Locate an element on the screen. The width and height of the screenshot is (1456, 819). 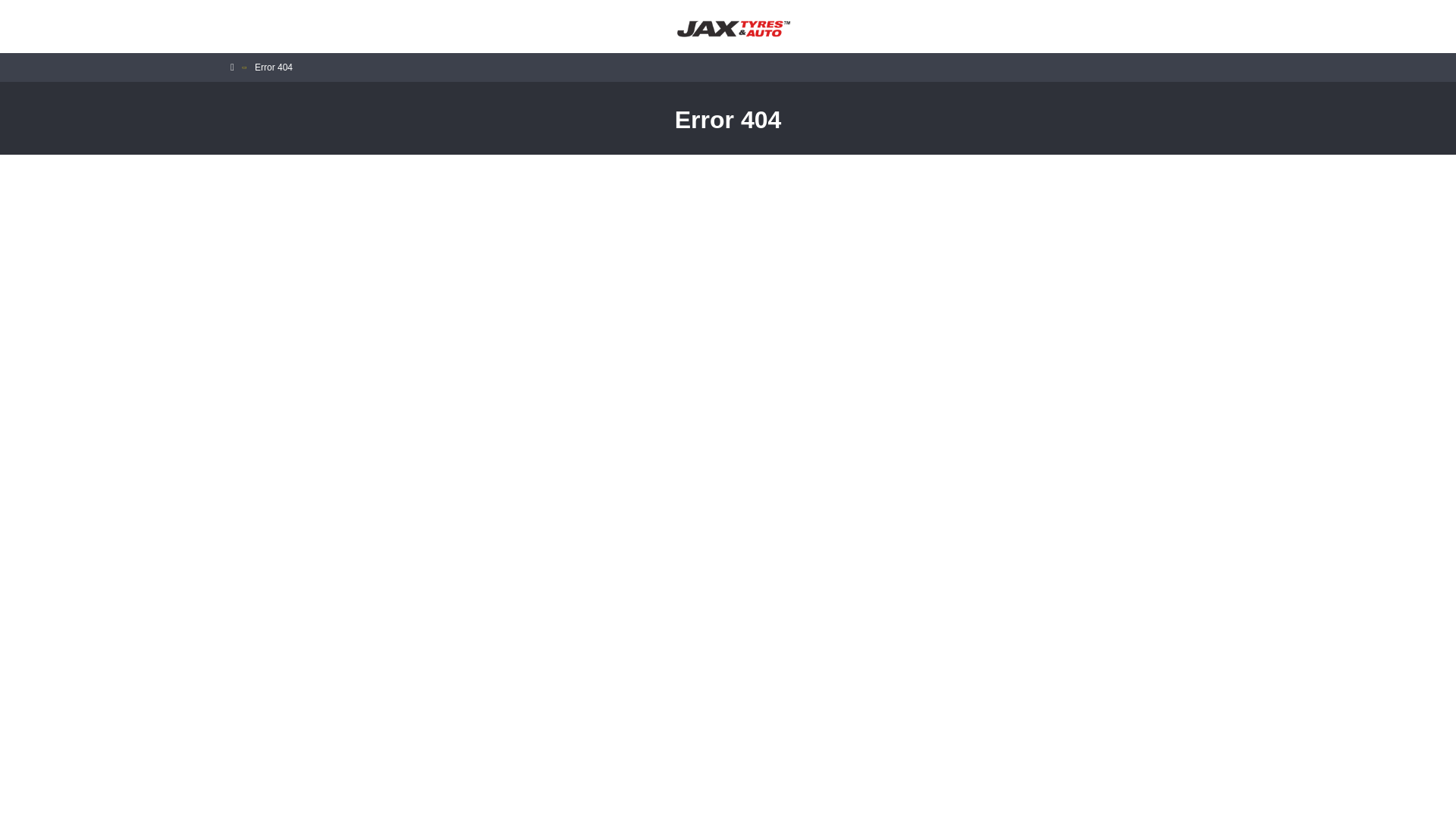
'Home' is located at coordinates (231, 66).